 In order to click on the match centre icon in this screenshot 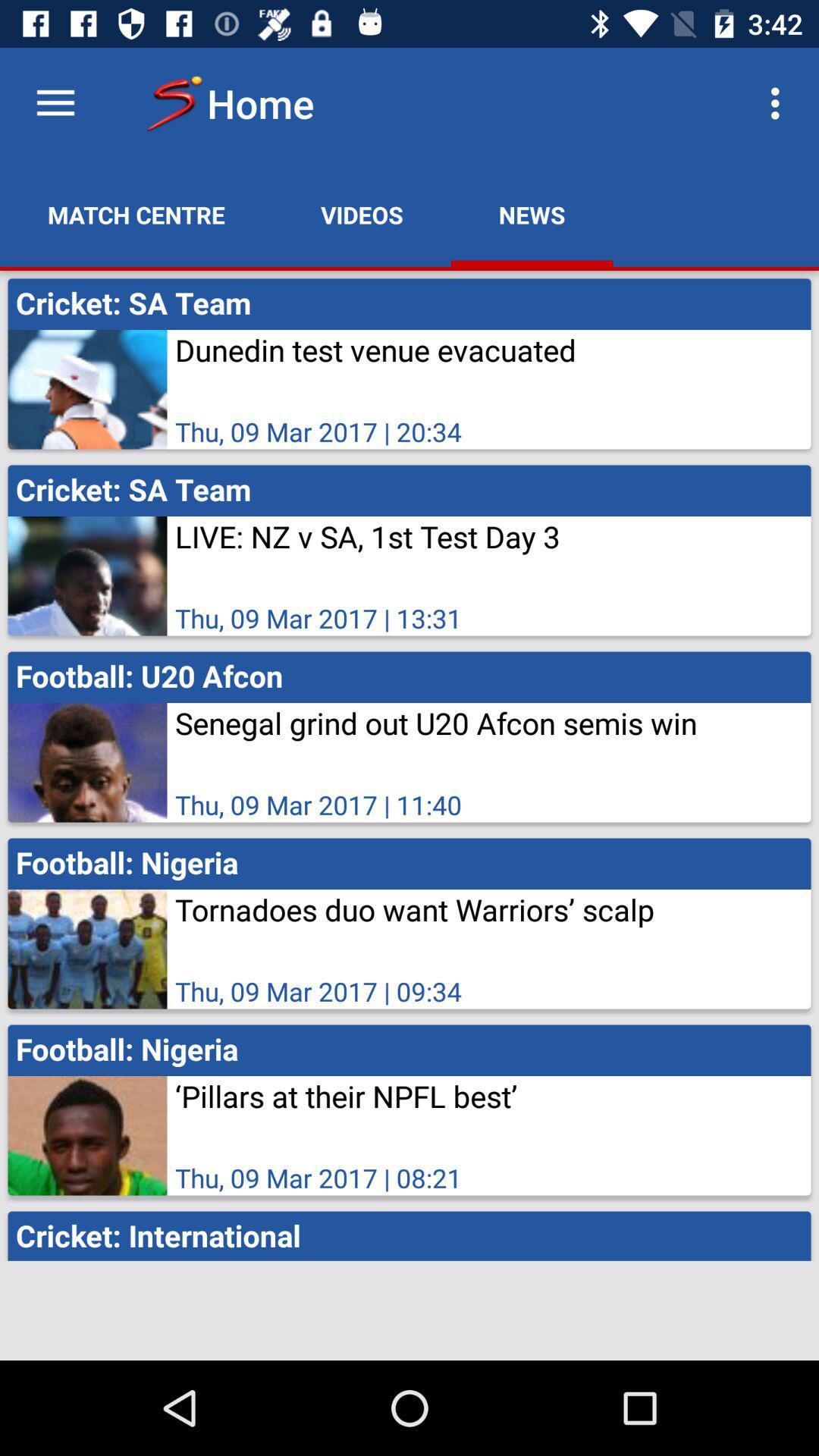, I will do `click(136, 214)`.